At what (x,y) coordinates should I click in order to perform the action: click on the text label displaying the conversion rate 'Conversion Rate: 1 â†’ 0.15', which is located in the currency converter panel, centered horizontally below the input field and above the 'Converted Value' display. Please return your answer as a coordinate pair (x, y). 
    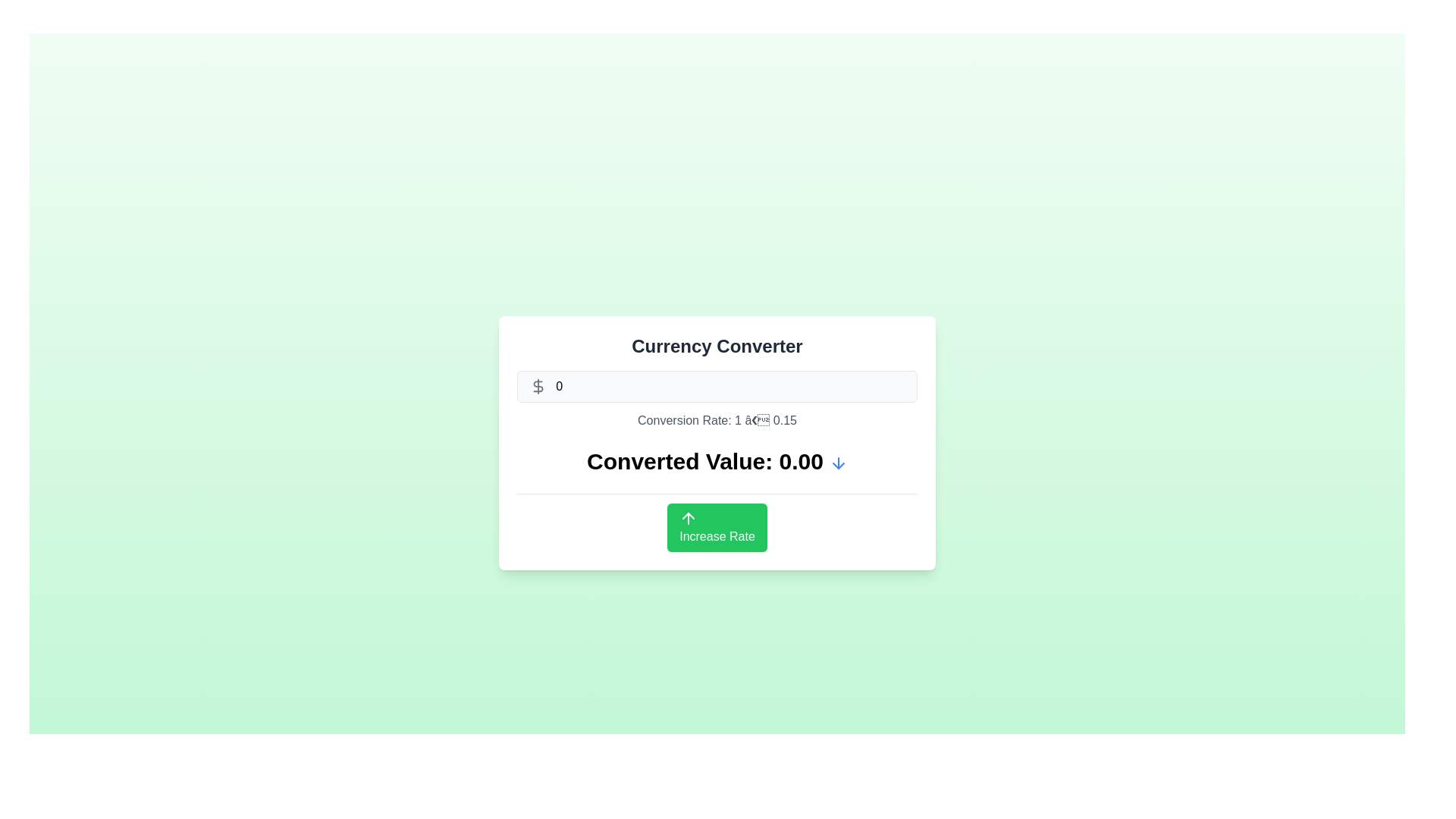
    Looking at the image, I should click on (716, 420).